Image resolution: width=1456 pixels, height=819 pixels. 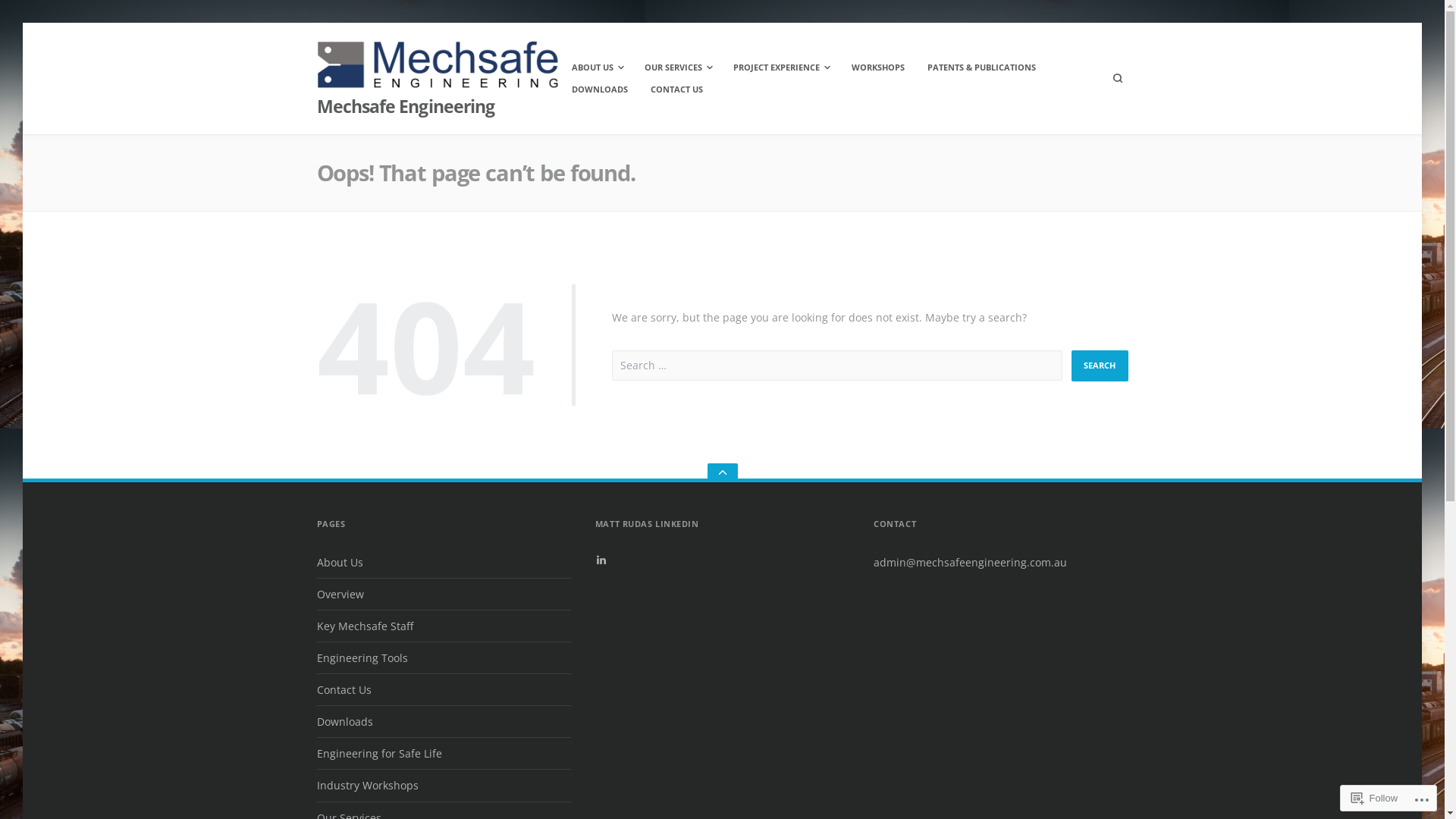 What do you see at coordinates (969, 562) in the screenshot?
I see `'admin@mechsafeengineering.com.au'` at bounding box center [969, 562].